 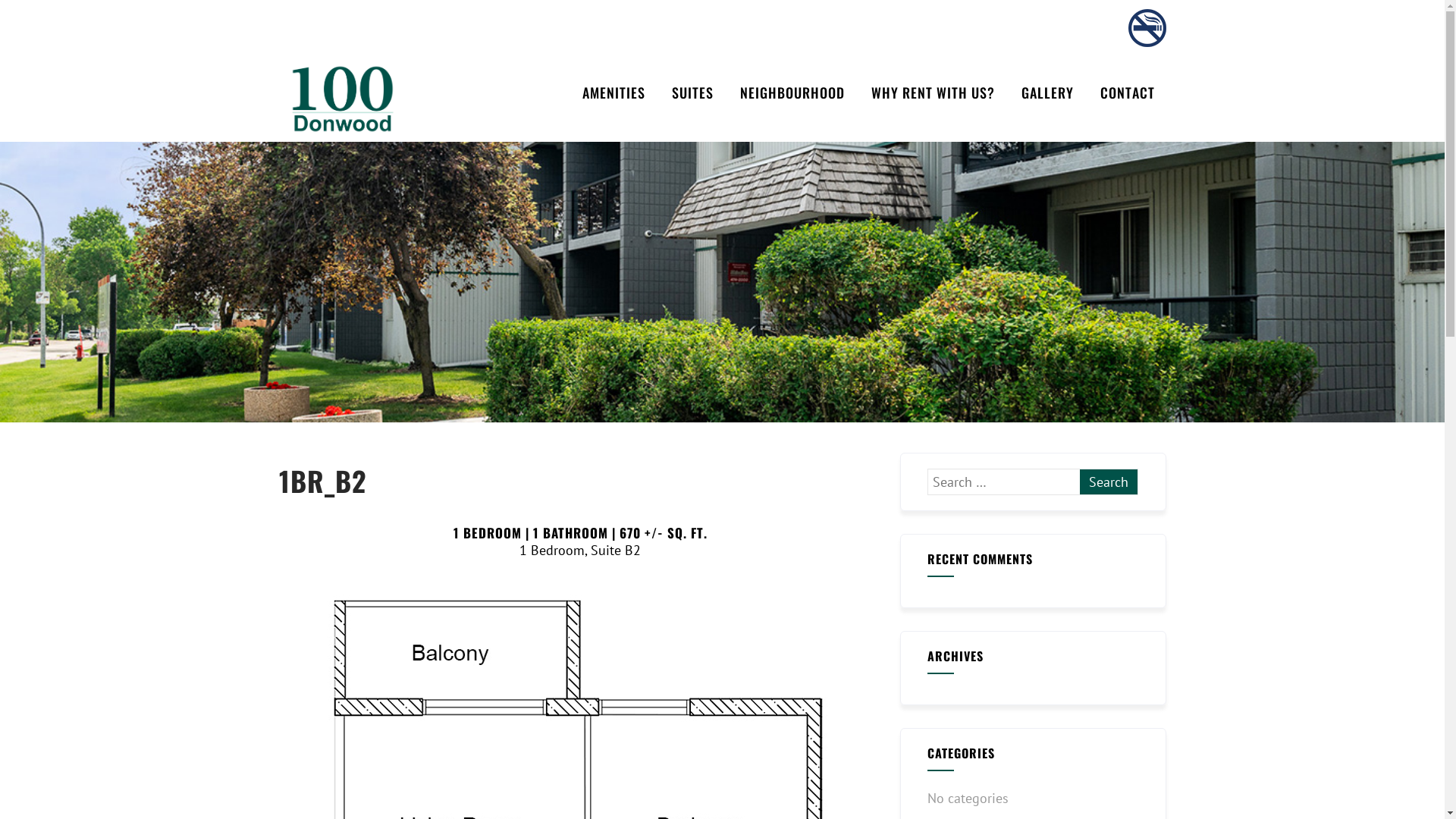 I want to click on 'WHY RENT WITH US?', so click(x=932, y=93).